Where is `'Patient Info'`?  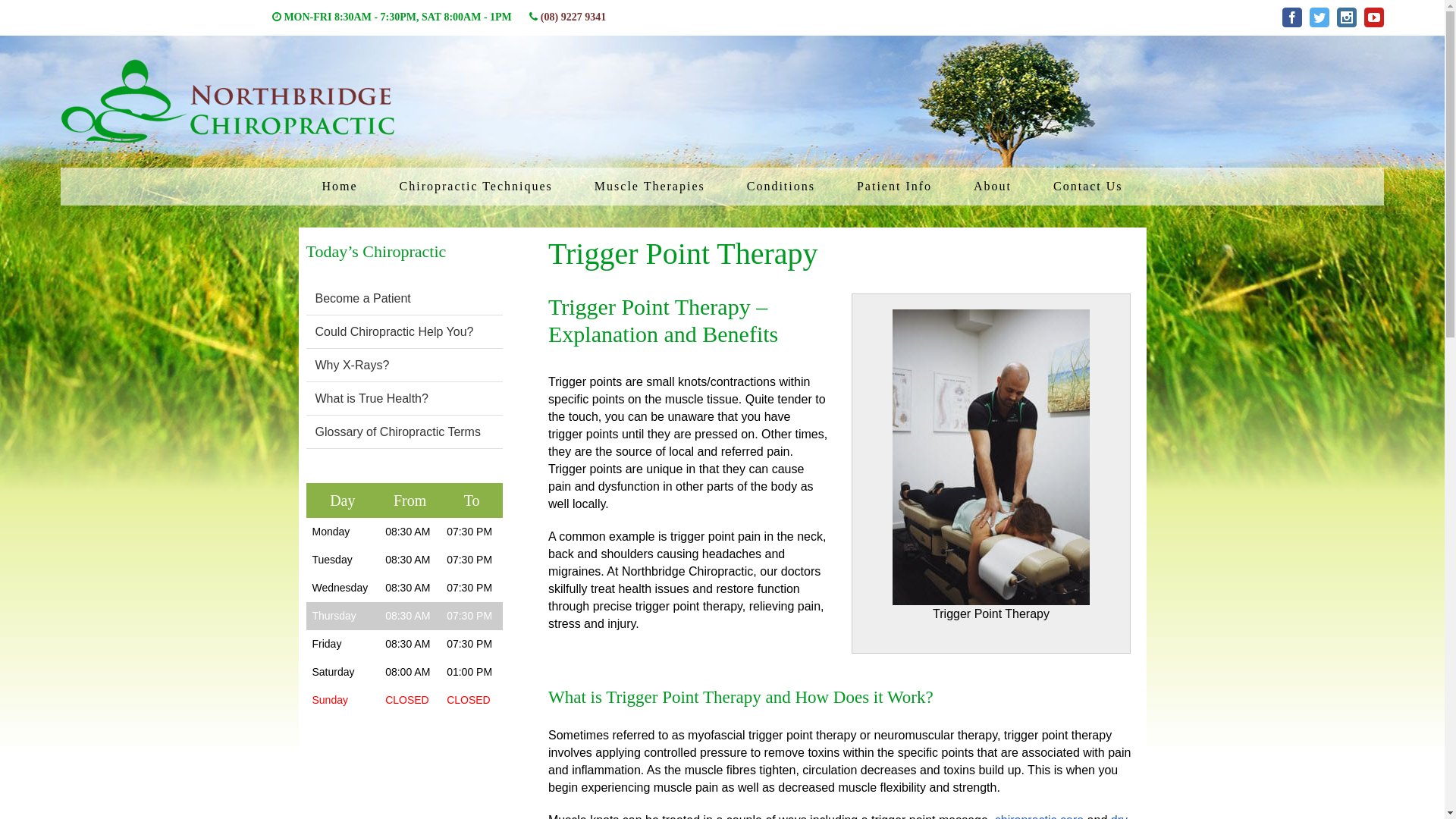
'Patient Info' is located at coordinates (844, 186).